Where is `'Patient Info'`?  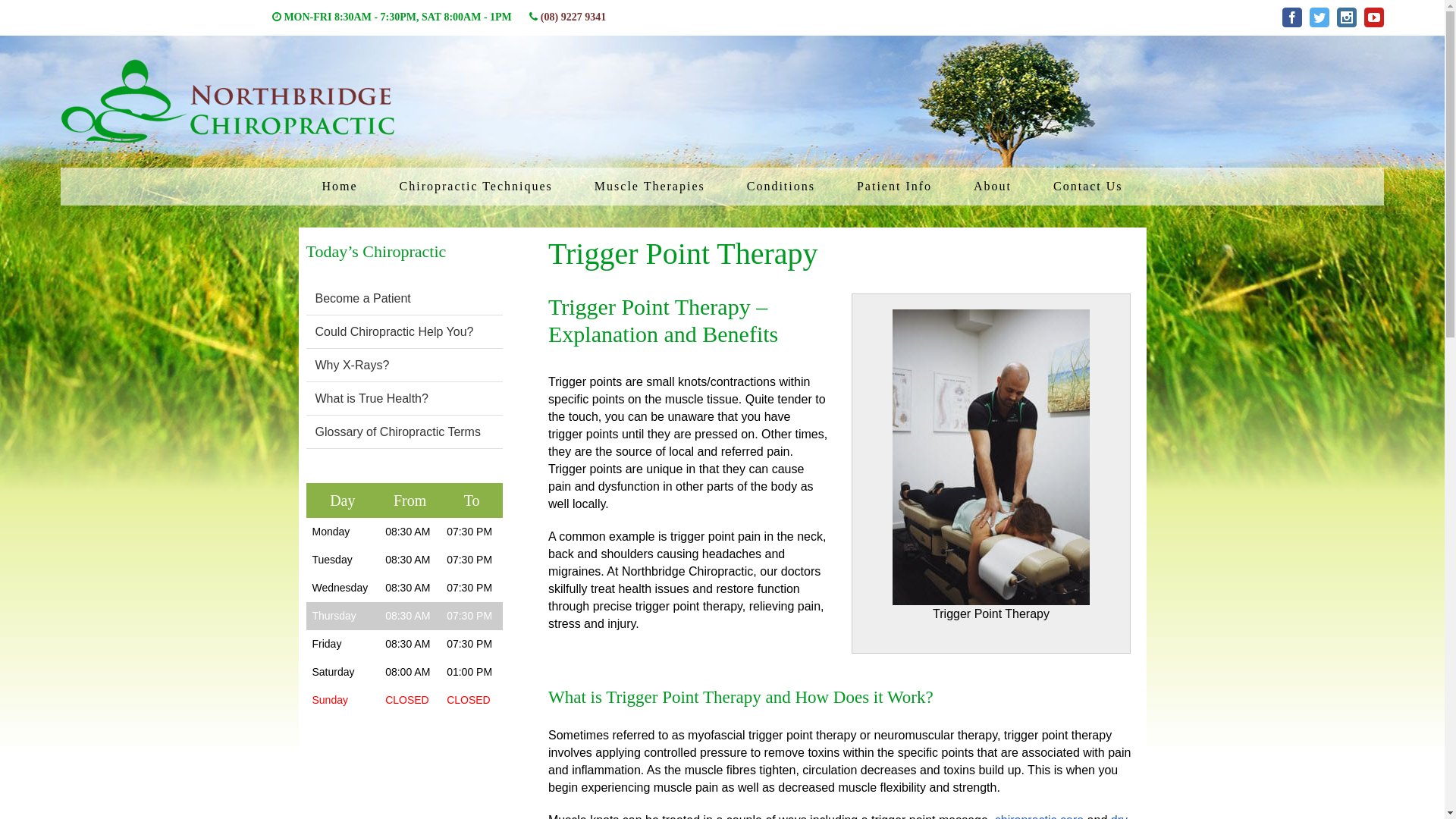
'Patient Info' is located at coordinates (844, 186).